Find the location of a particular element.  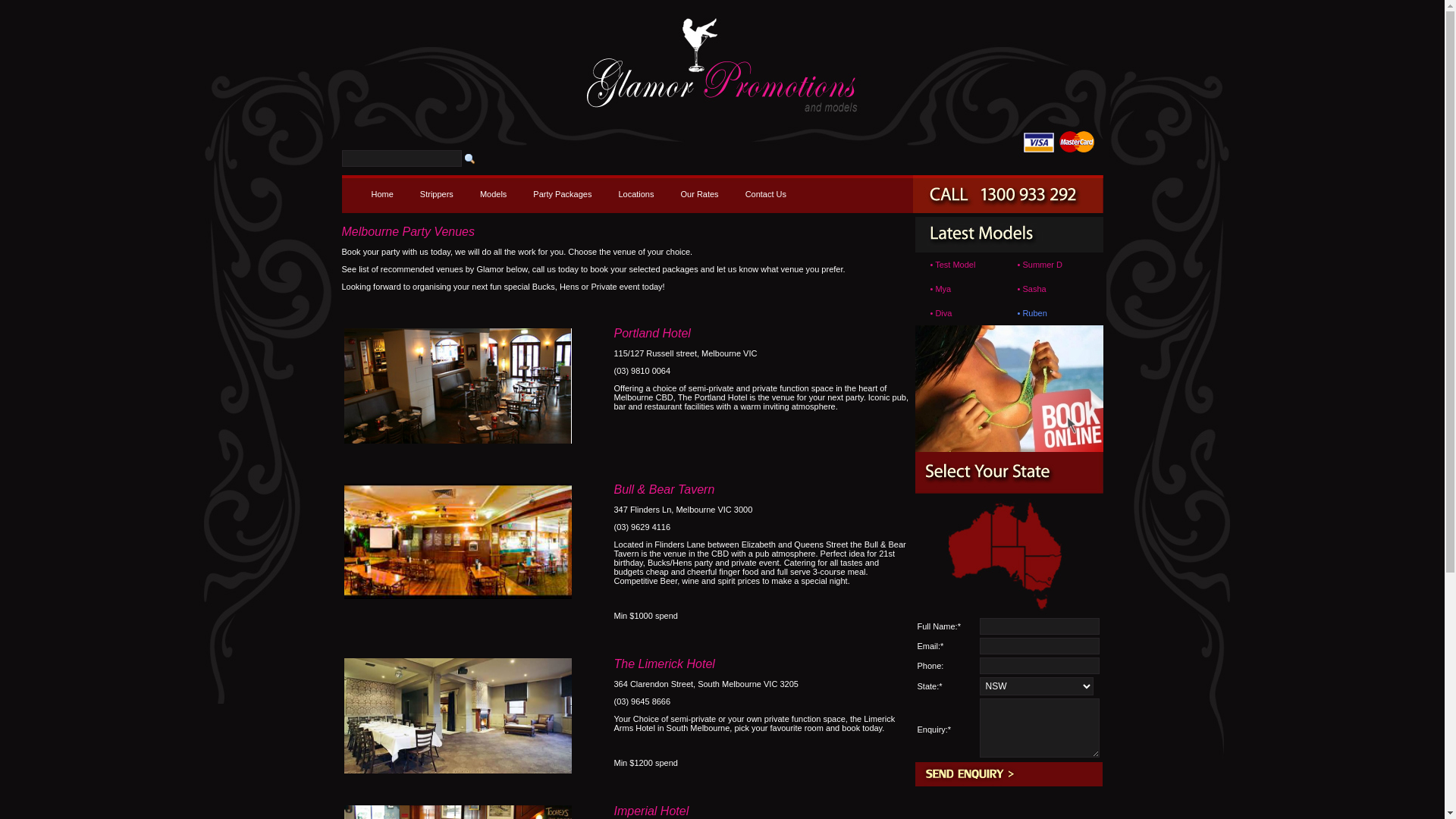

'Contact Us' is located at coordinates (765, 193).